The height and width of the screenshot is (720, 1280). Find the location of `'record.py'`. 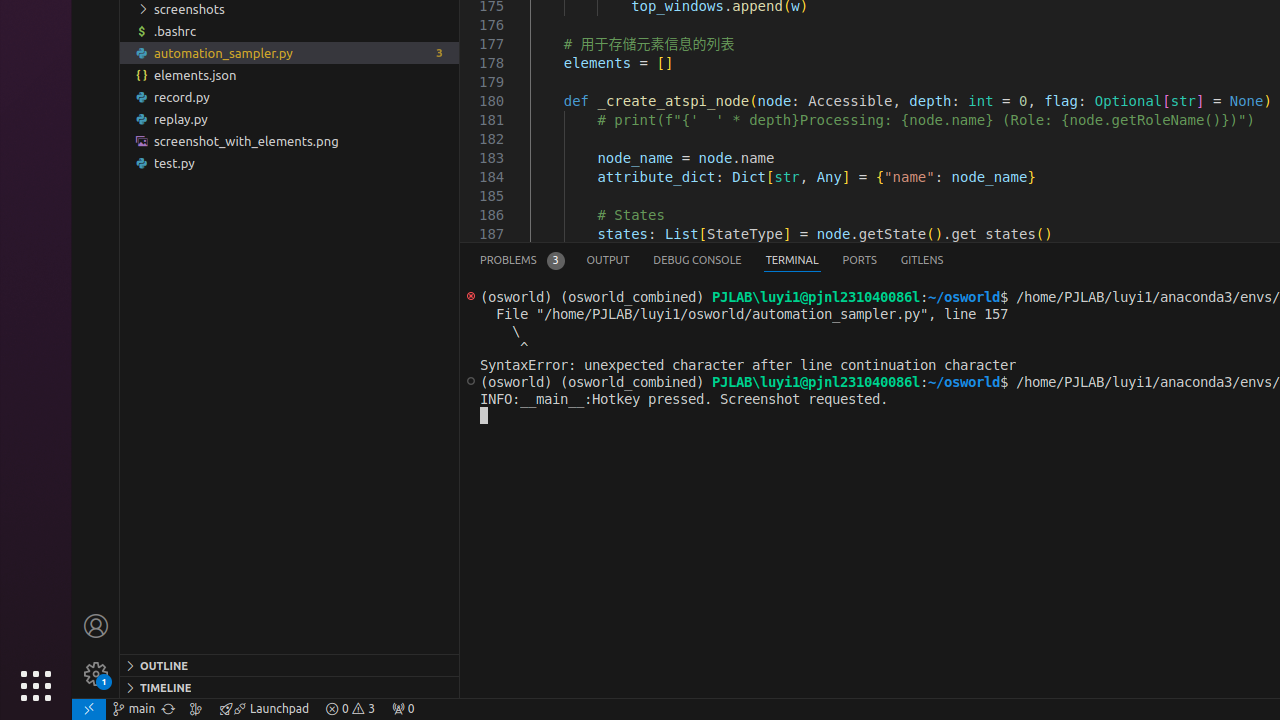

'record.py' is located at coordinates (288, 96).